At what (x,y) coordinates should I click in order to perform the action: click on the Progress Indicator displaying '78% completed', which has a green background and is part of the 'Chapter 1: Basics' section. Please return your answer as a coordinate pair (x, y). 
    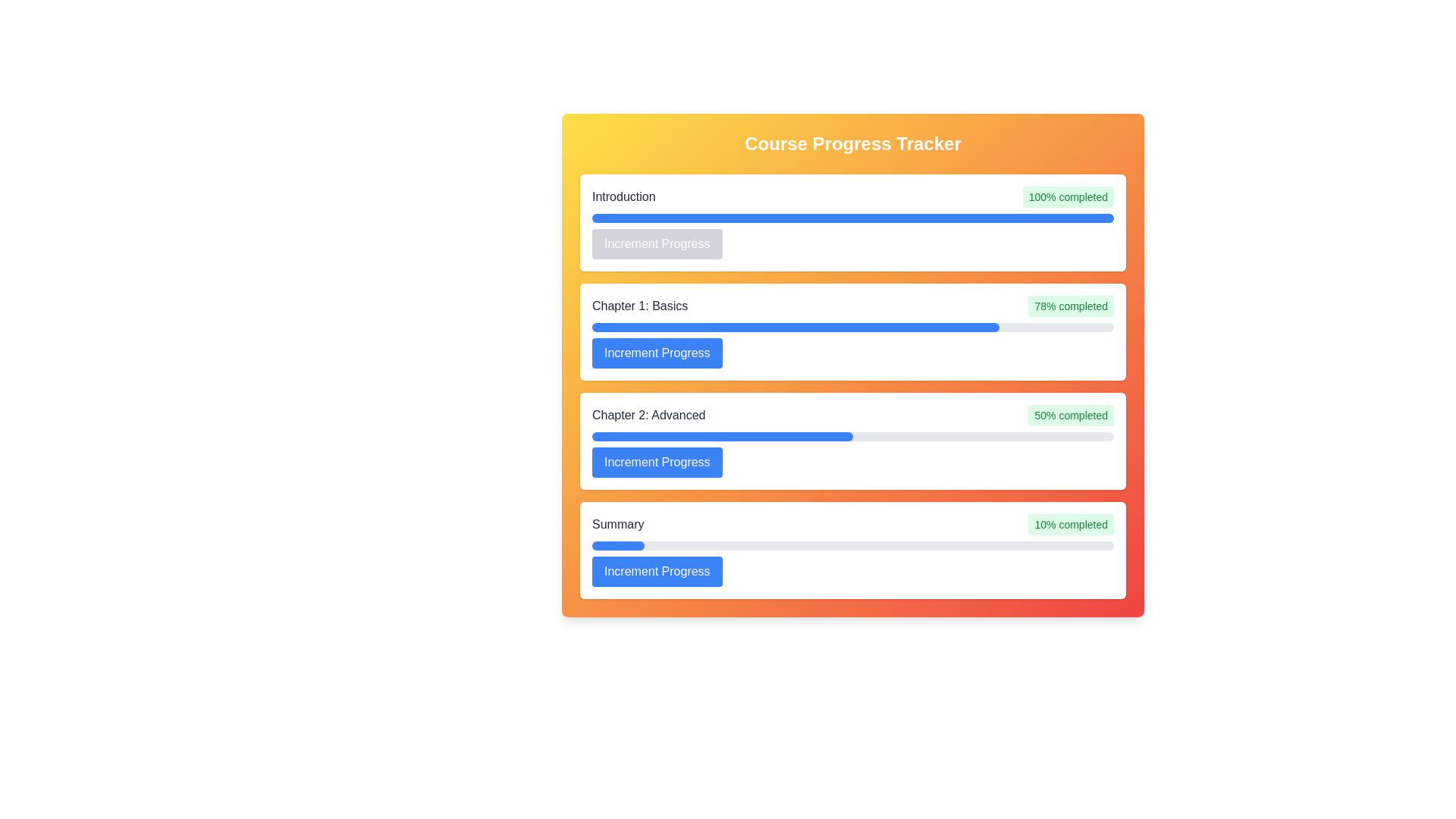
    Looking at the image, I should click on (1070, 306).